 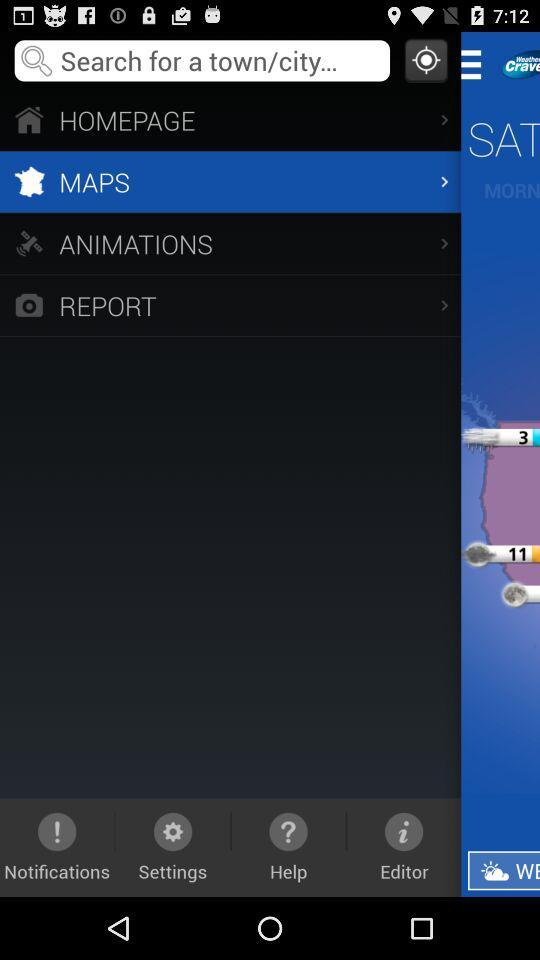 What do you see at coordinates (502, 869) in the screenshot?
I see `weather button` at bounding box center [502, 869].